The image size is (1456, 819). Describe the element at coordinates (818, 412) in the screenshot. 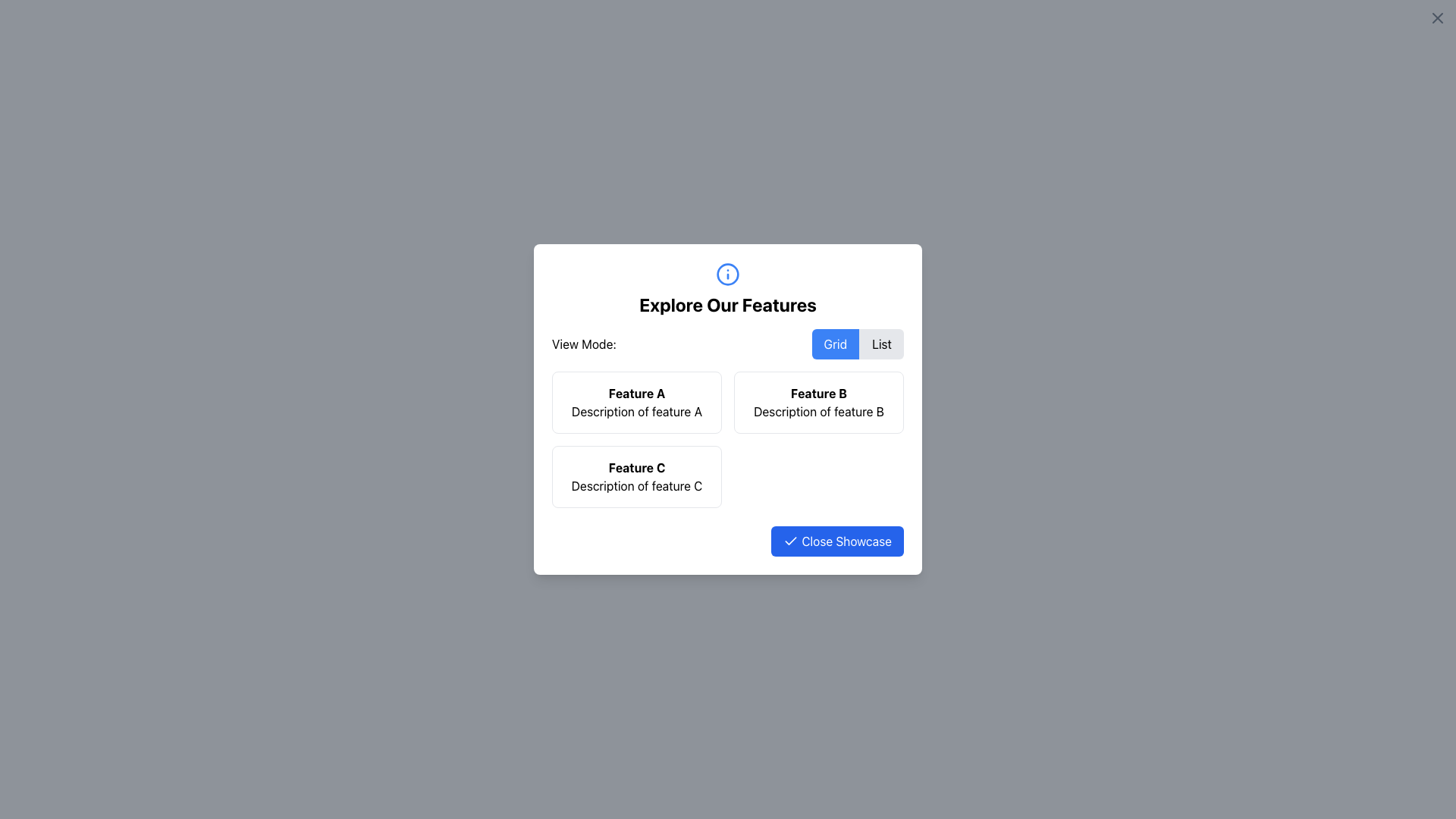

I see `the descriptive text label providing information about 'Feature B', located directly beneath the bolded title in the upper-right square of the three-item grid` at that location.